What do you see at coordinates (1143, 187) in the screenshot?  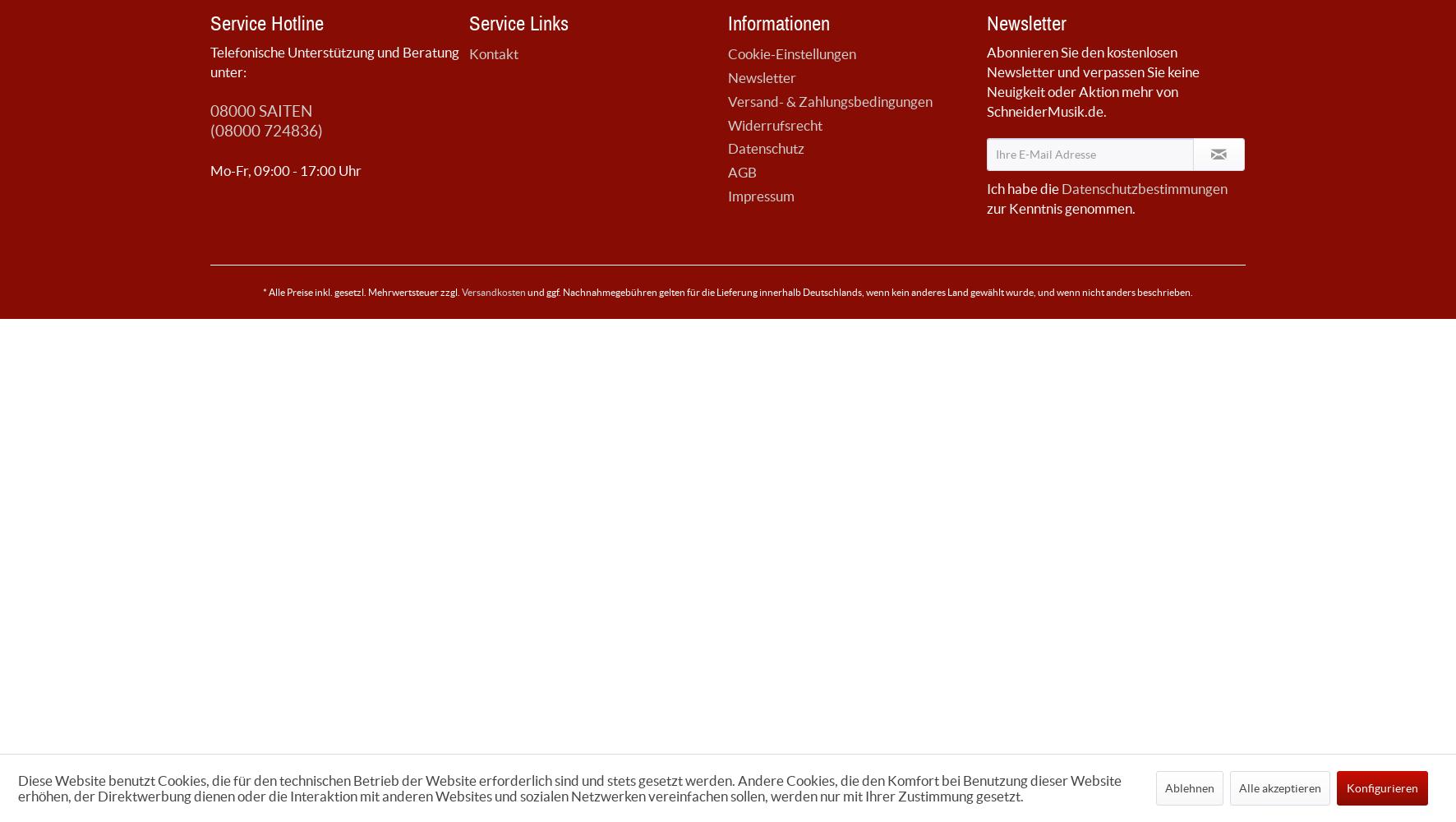 I see `'Datenschutzbestimmungen'` at bounding box center [1143, 187].